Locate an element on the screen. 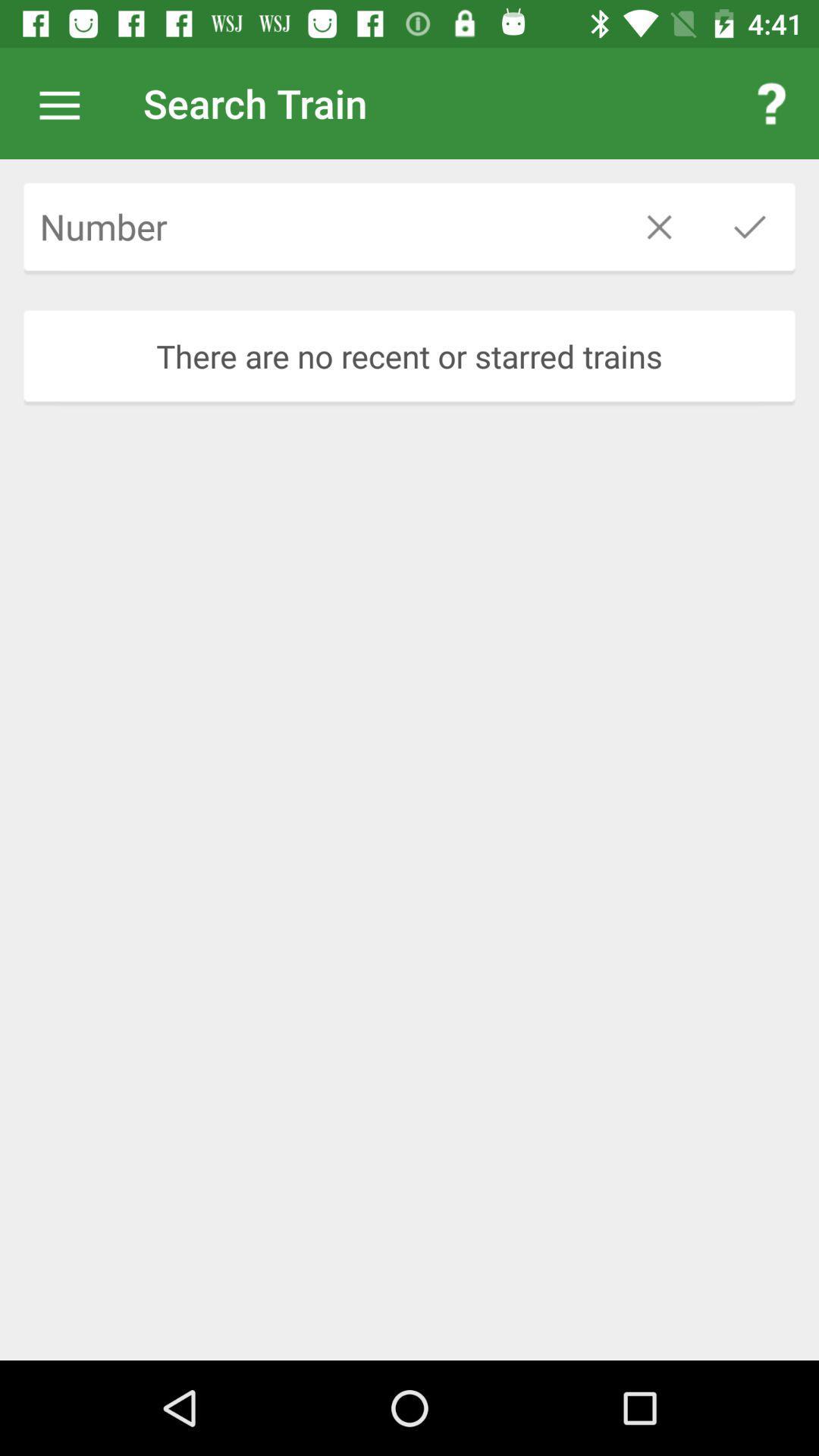 The image size is (819, 1456). there are no item is located at coordinates (409, 355).